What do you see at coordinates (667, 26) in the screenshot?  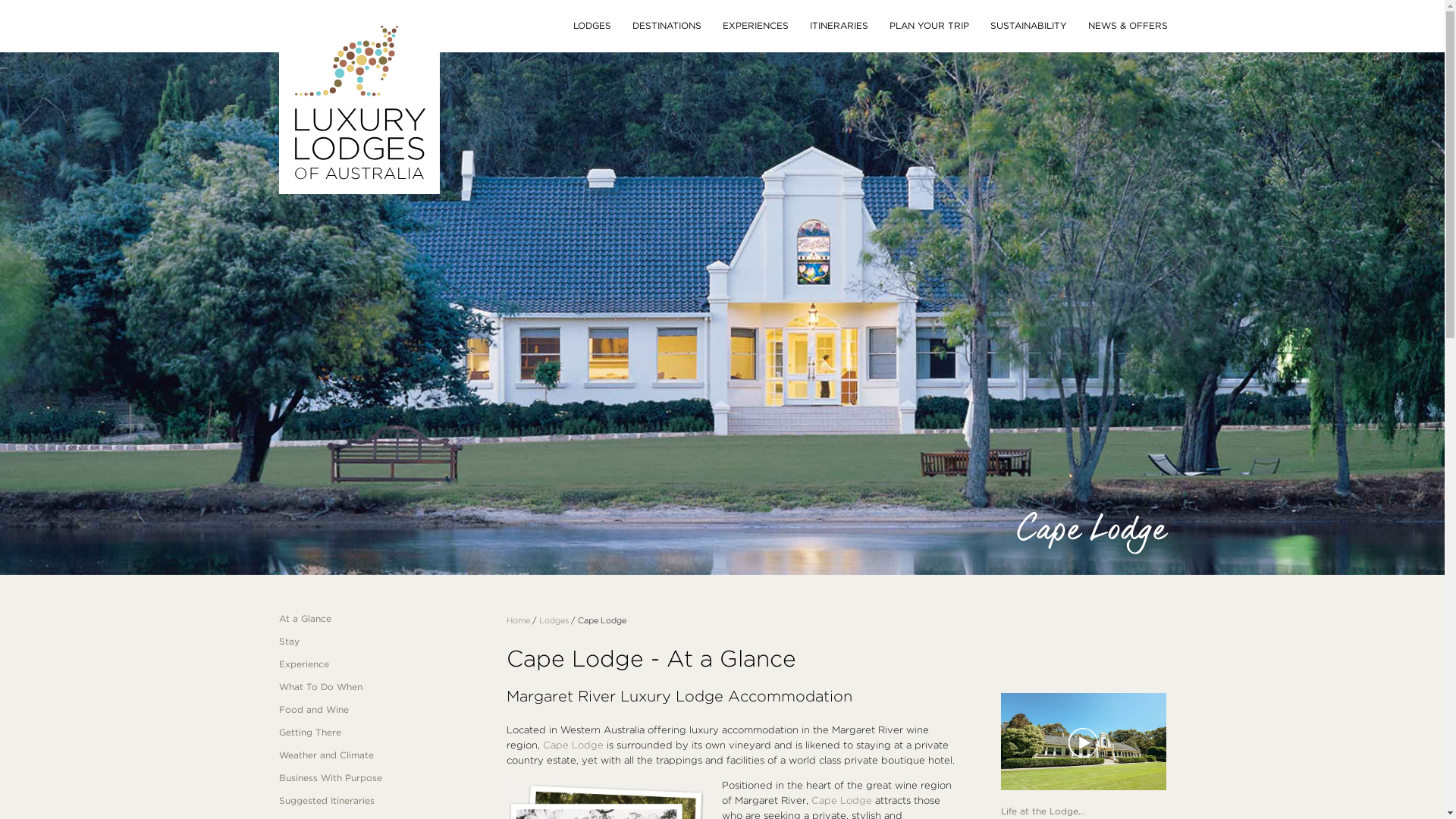 I see `'DESTINATIONS'` at bounding box center [667, 26].